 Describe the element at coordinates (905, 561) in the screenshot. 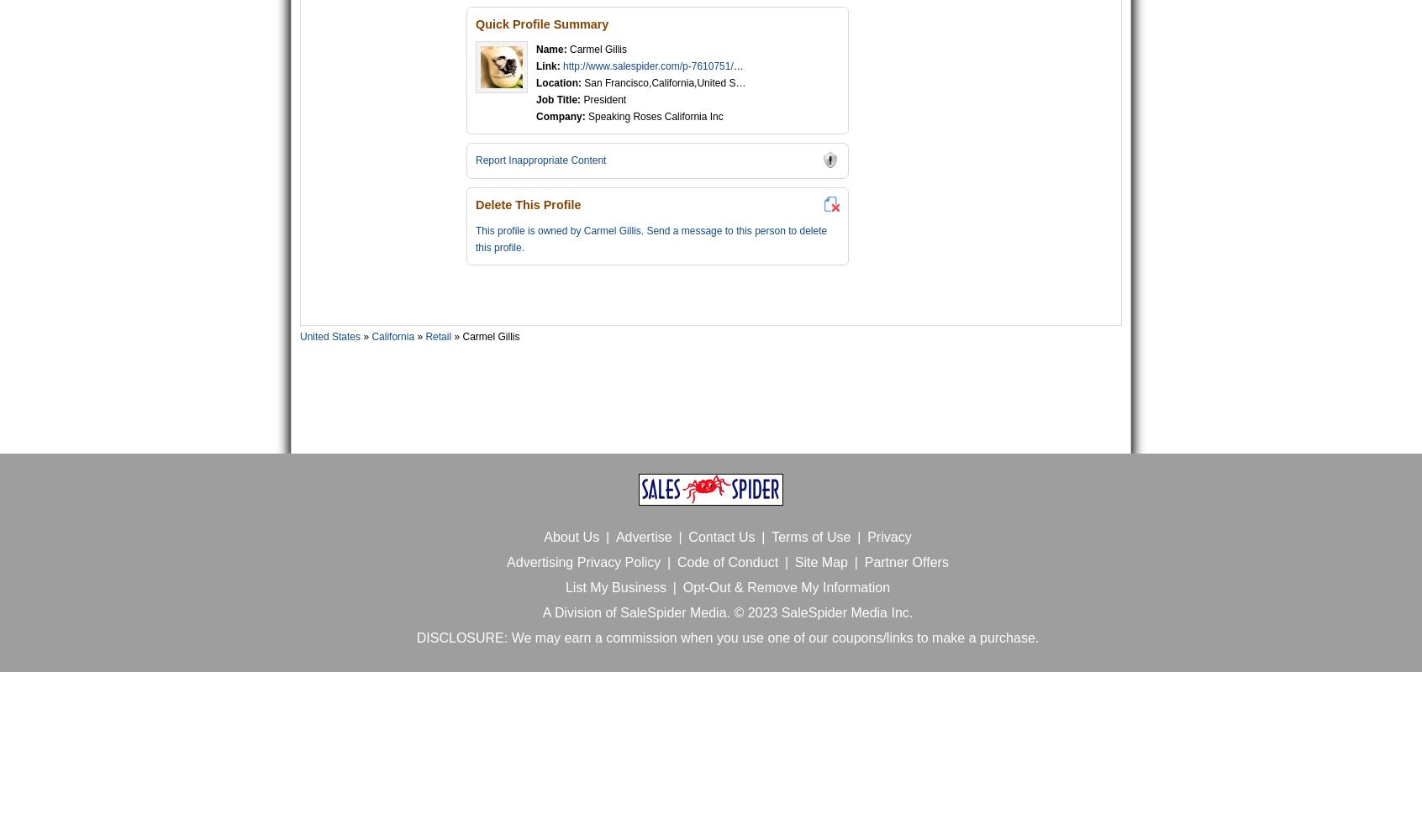

I see `'Partner Offers'` at that location.